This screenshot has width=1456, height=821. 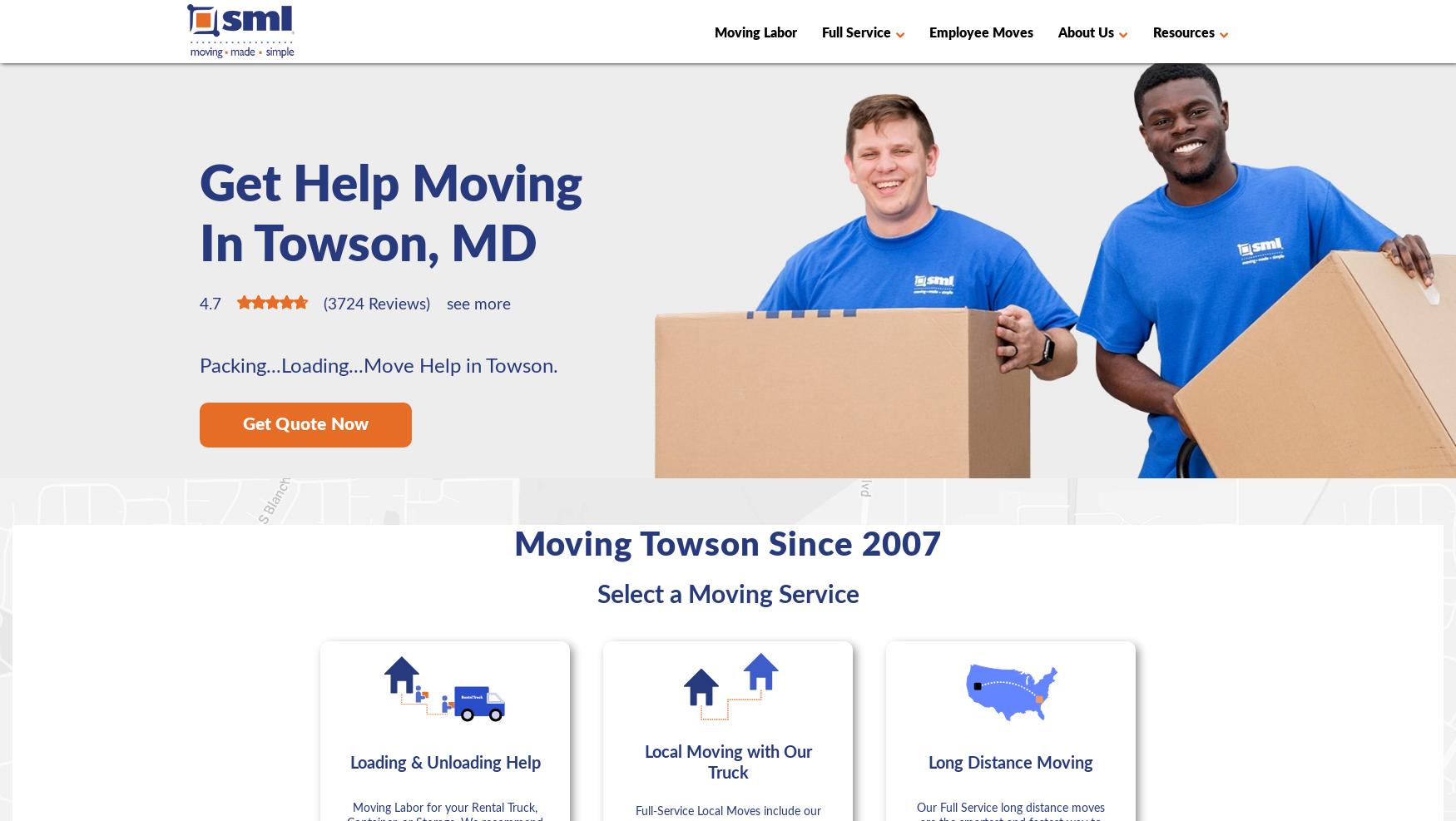 What do you see at coordinates (728, 545) in the screenshot?
I see `'Moving Towson Since 2007'` at bounding box center [728, 545].